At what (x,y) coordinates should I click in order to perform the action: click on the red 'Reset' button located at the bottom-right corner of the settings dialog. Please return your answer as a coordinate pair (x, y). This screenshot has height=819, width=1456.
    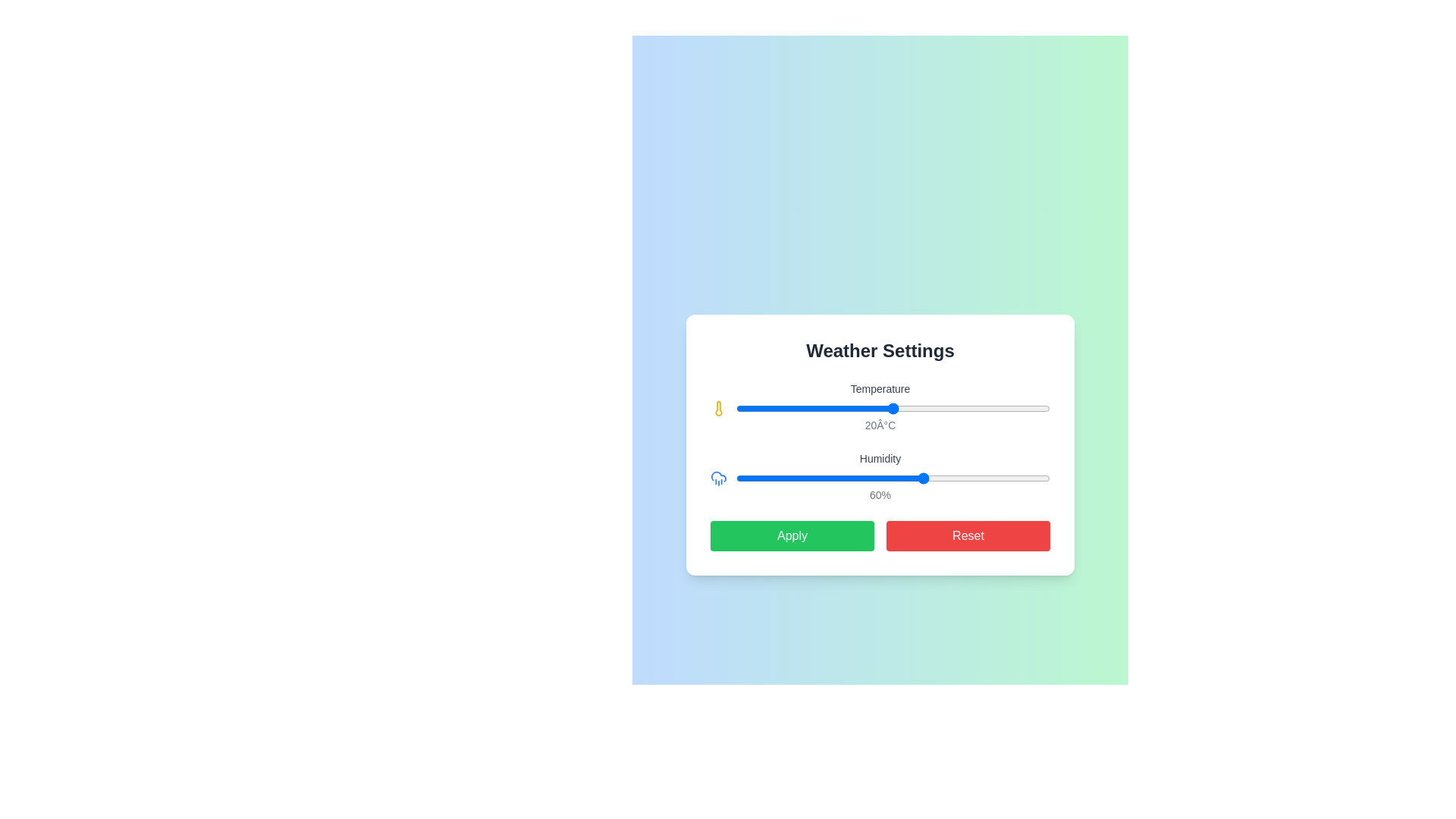
    Looking at the image, I should click on (967, 535).